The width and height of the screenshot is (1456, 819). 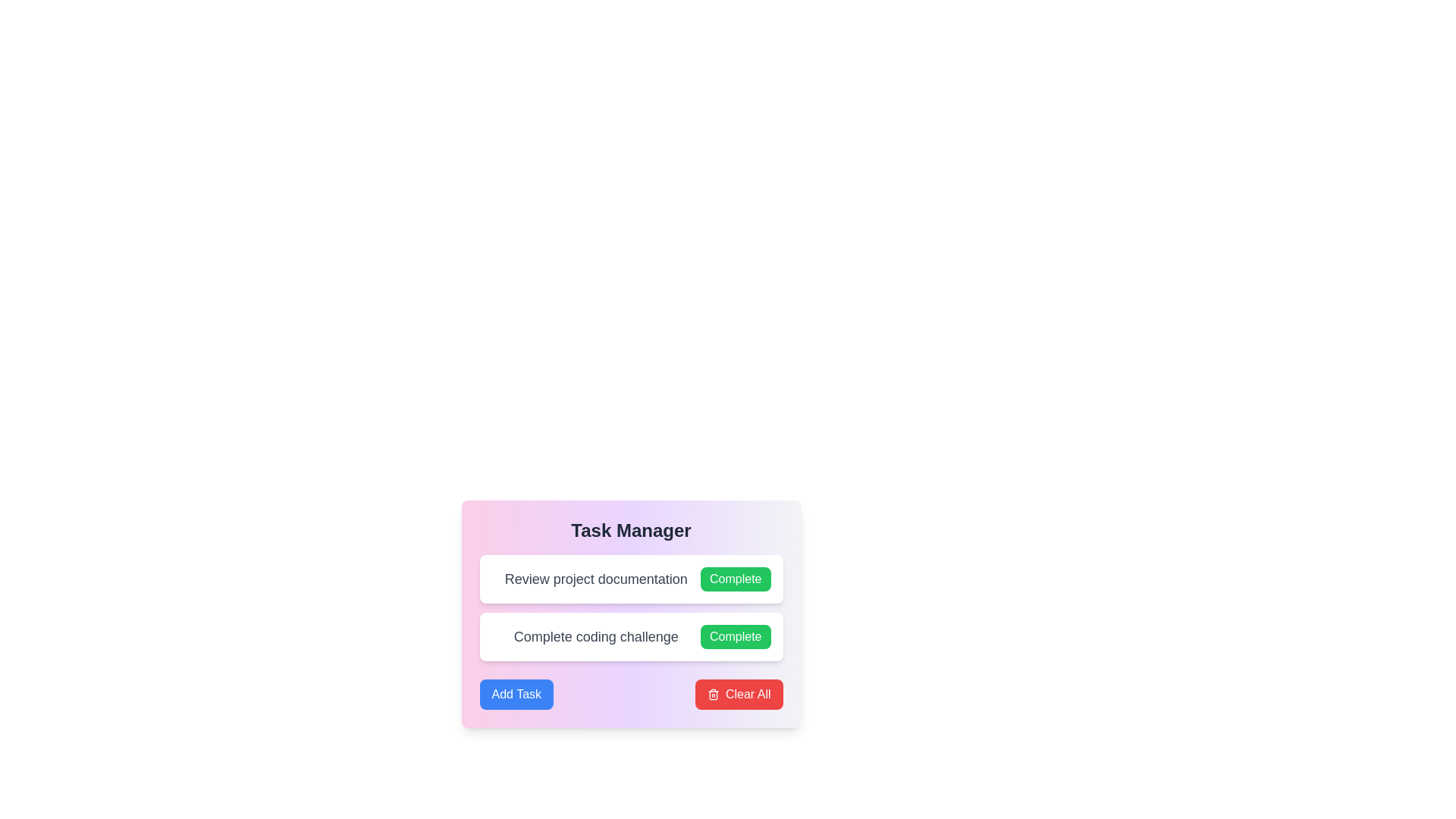 I want to click on the green 'Complete' button located in the bottom row of the task card in the task manager interface, so click(x=735, y=637).